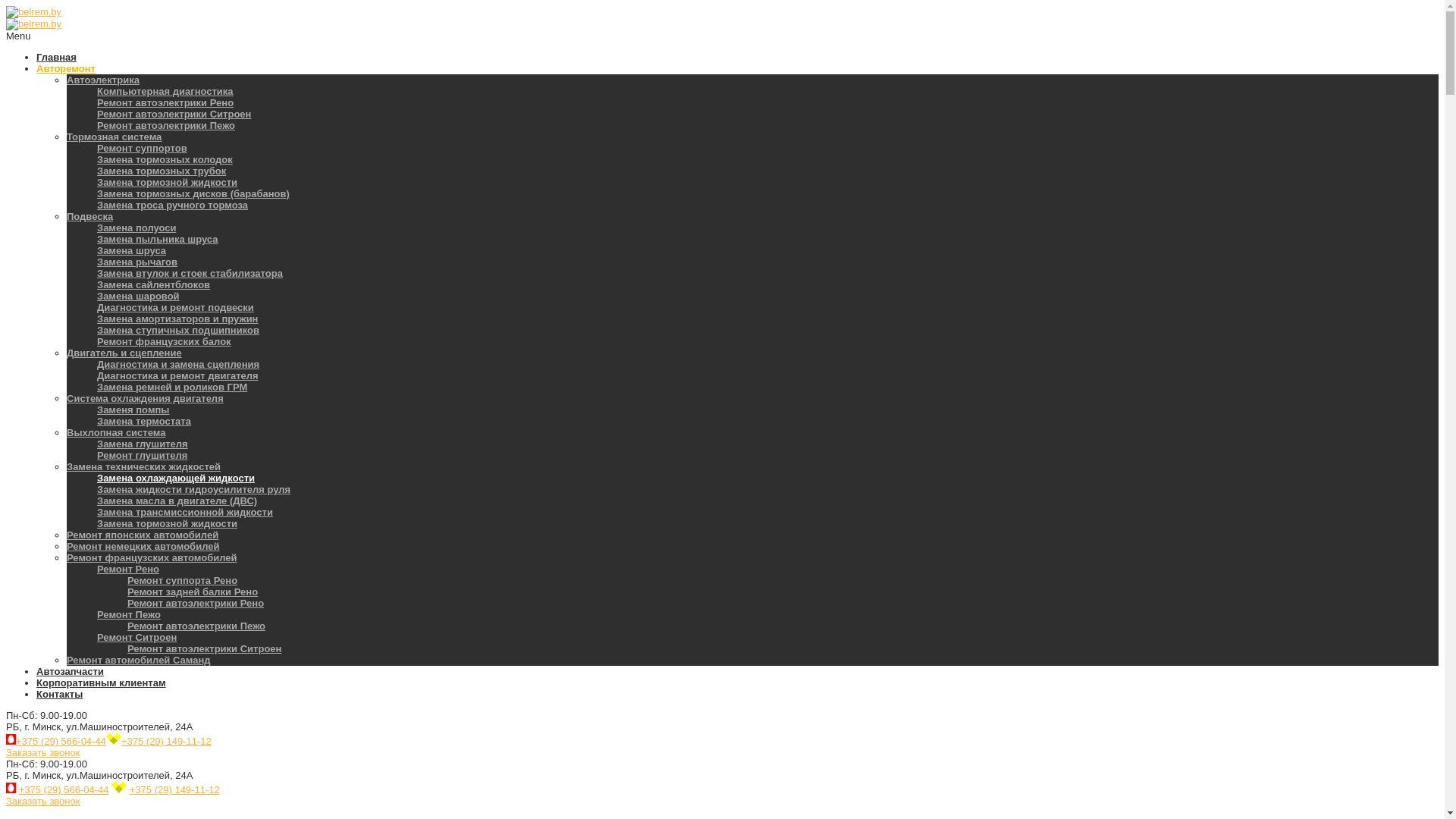 This screenshot has width=1456, height=819. Describe the element at coordinates (61, 740) in the screenshot. I see `'+375 (29) 566-04-44'` at that location.